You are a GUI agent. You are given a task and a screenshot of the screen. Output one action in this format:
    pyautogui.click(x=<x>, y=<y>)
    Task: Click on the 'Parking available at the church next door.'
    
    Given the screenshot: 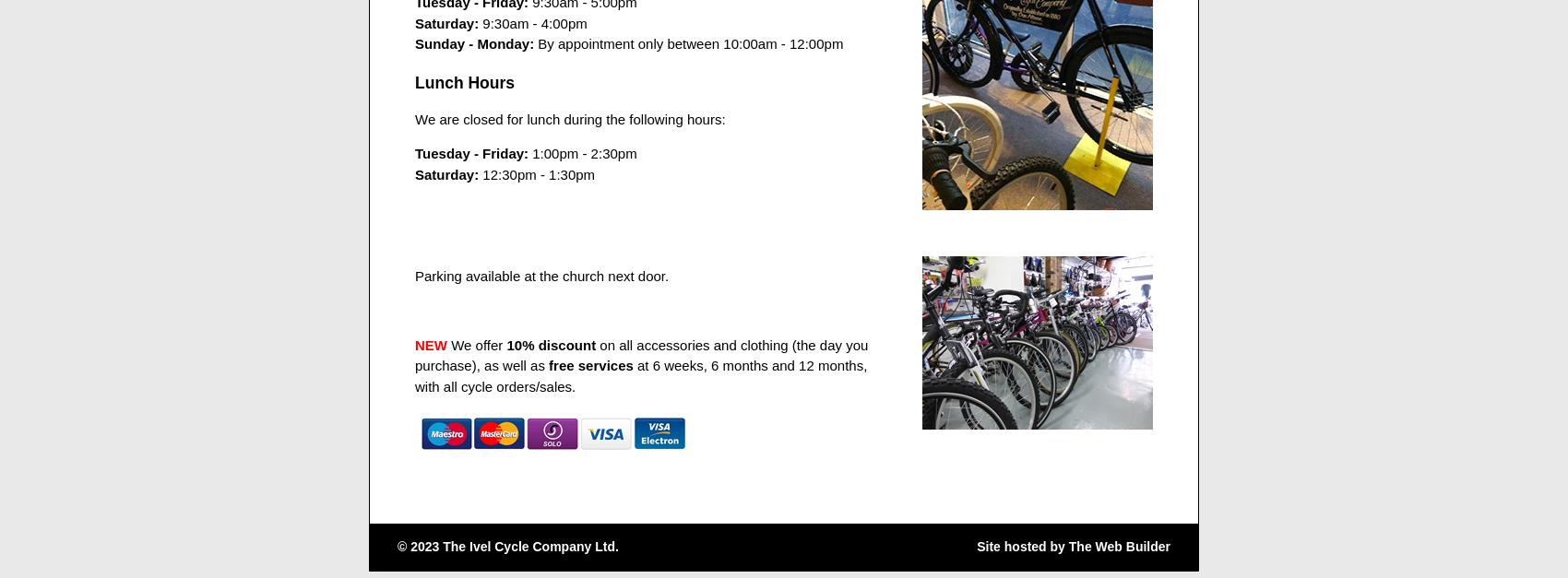 What is the action you would take?
    pyautogui.click(x=540, y=274)
    